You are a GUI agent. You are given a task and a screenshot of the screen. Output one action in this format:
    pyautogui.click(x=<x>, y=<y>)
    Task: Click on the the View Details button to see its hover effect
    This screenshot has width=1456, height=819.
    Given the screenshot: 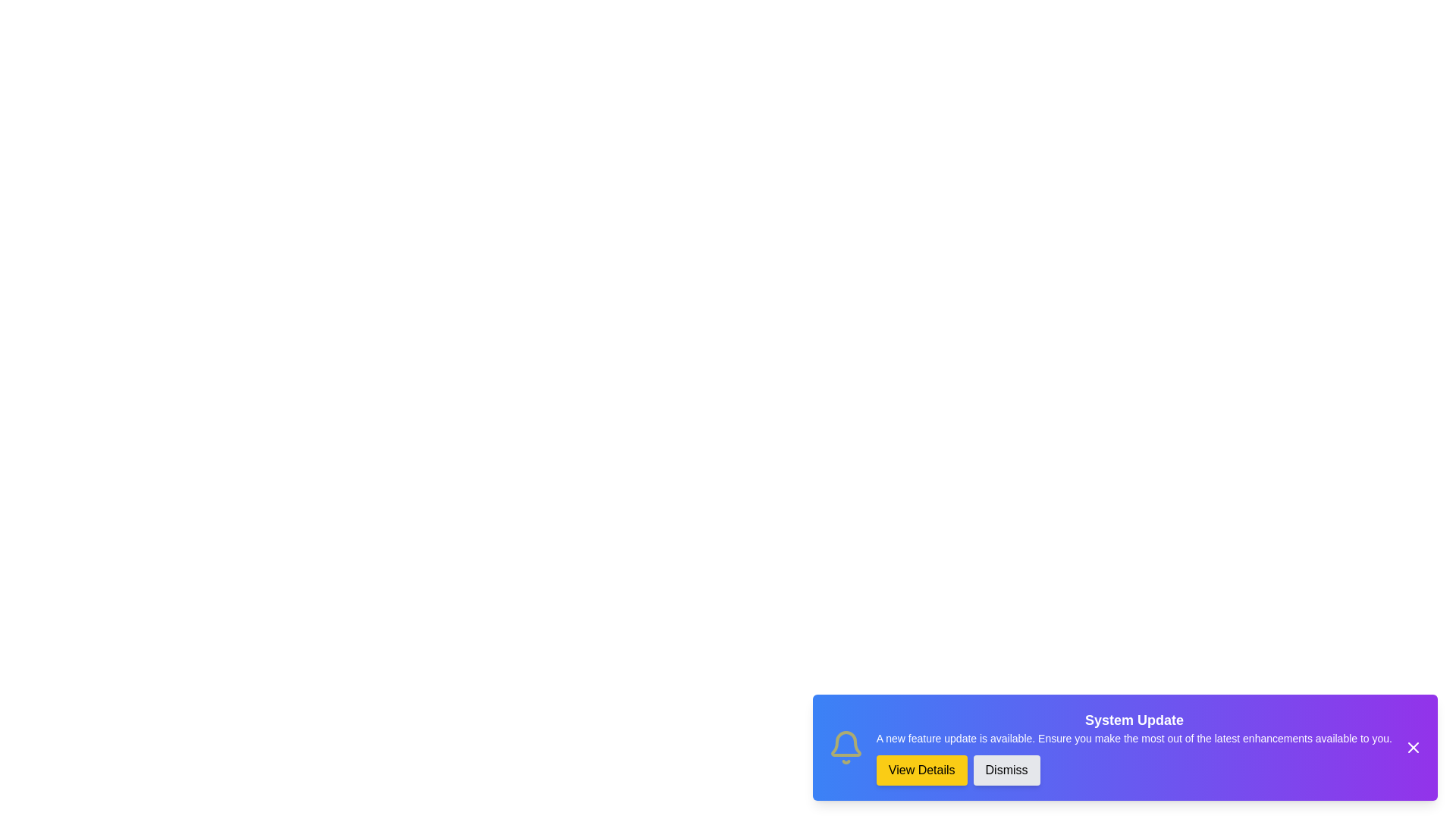 What is the action you would take?
    pyautogui.click(x=921, y=770)
    